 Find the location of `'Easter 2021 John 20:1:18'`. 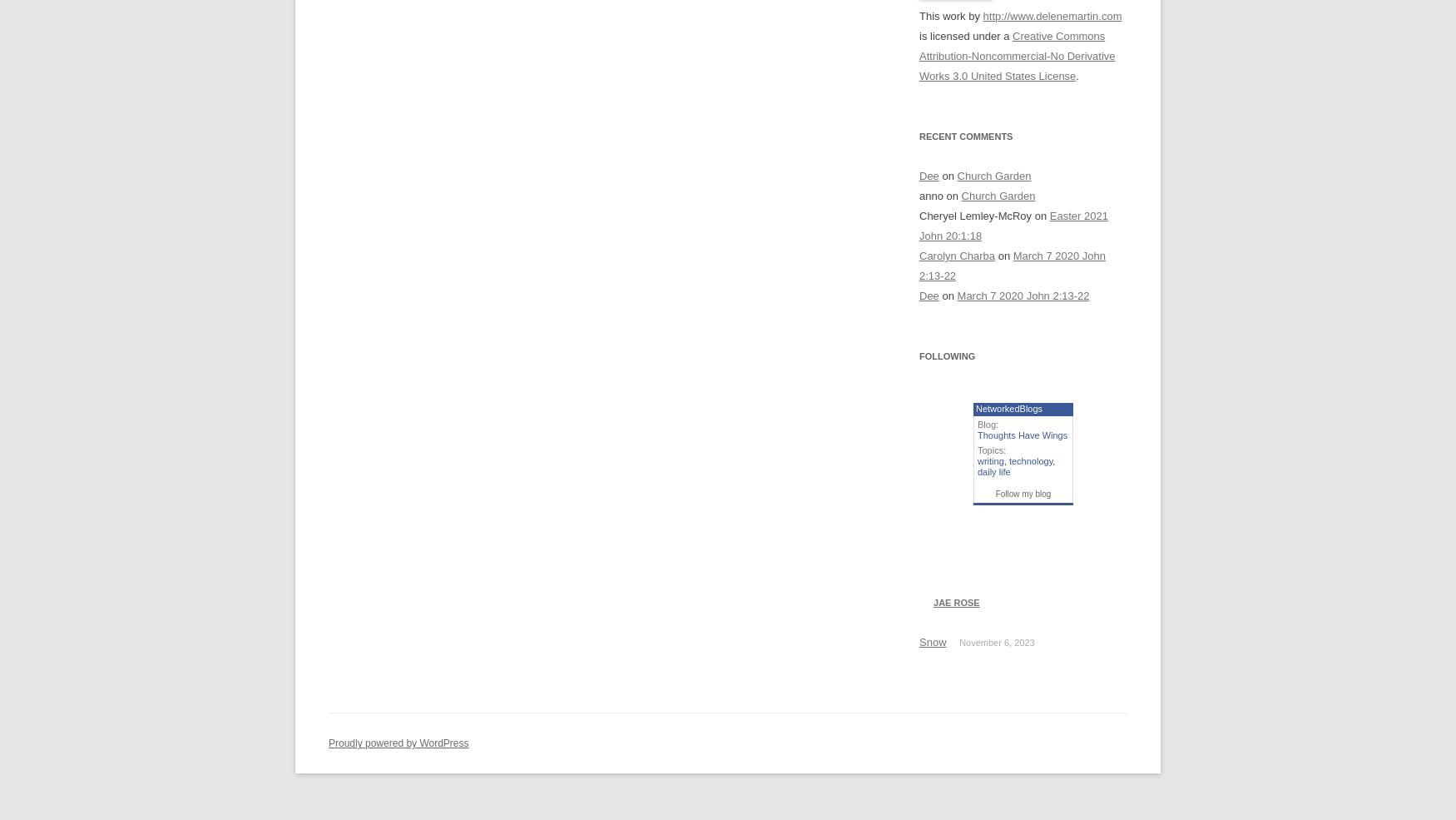

'Easter 2021 John 20:1:18' is located at coordinates (1013, 225).